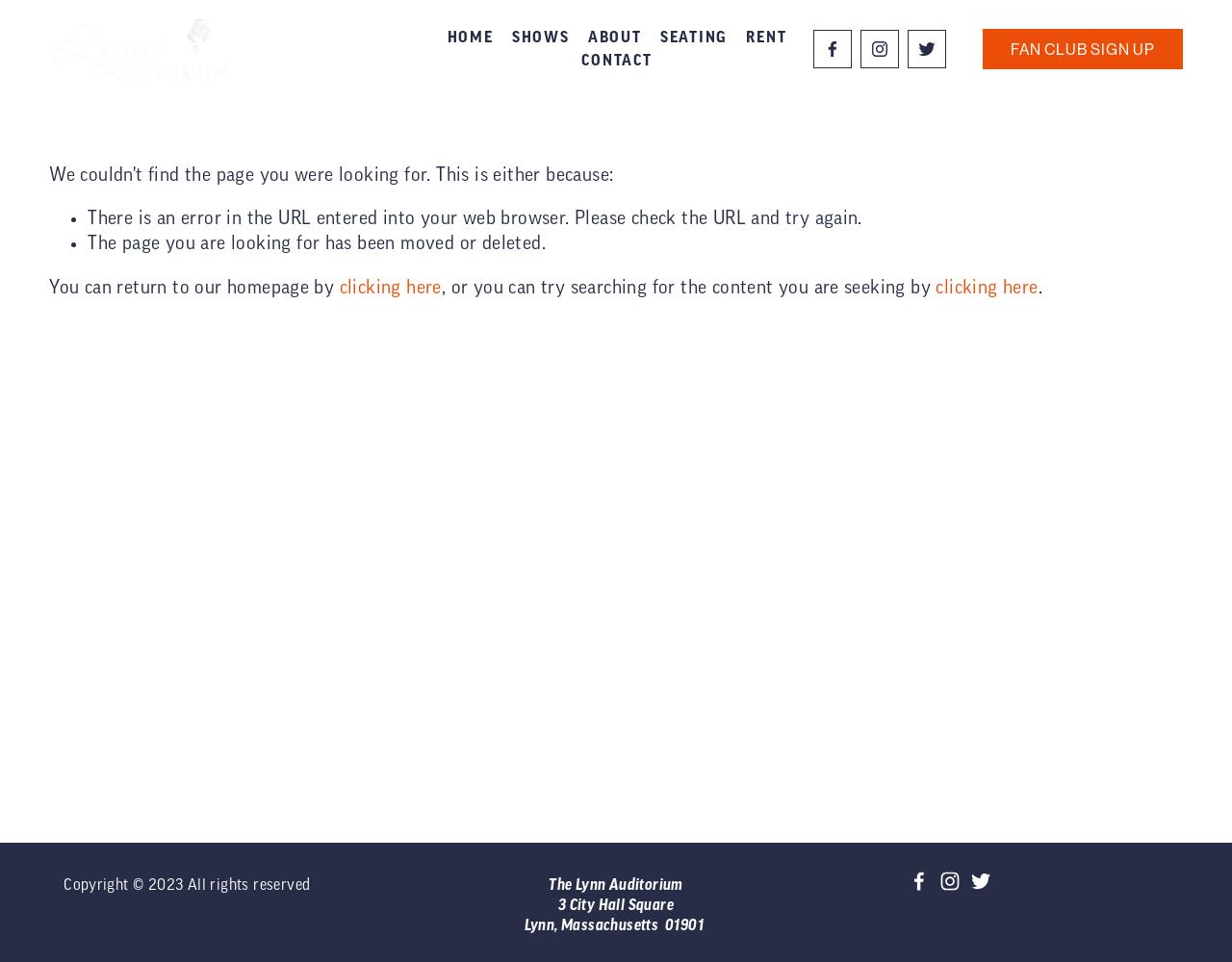  What do you see at coordinates (614, 903) in the screenshot?
I see `'3 City Hall Square'` at bounding box center [614, 903].